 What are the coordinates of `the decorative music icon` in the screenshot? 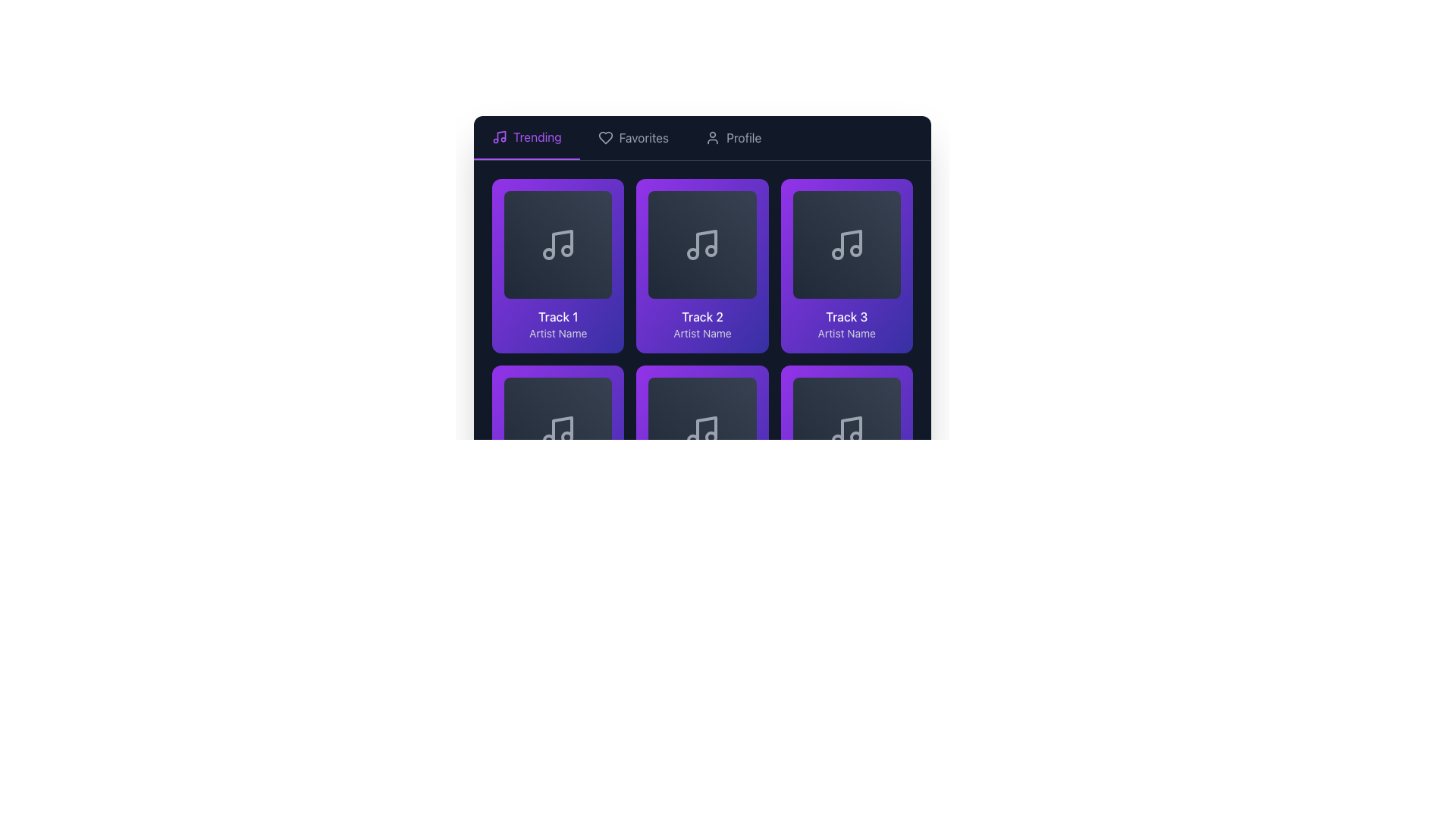 It's located at (557, 244).